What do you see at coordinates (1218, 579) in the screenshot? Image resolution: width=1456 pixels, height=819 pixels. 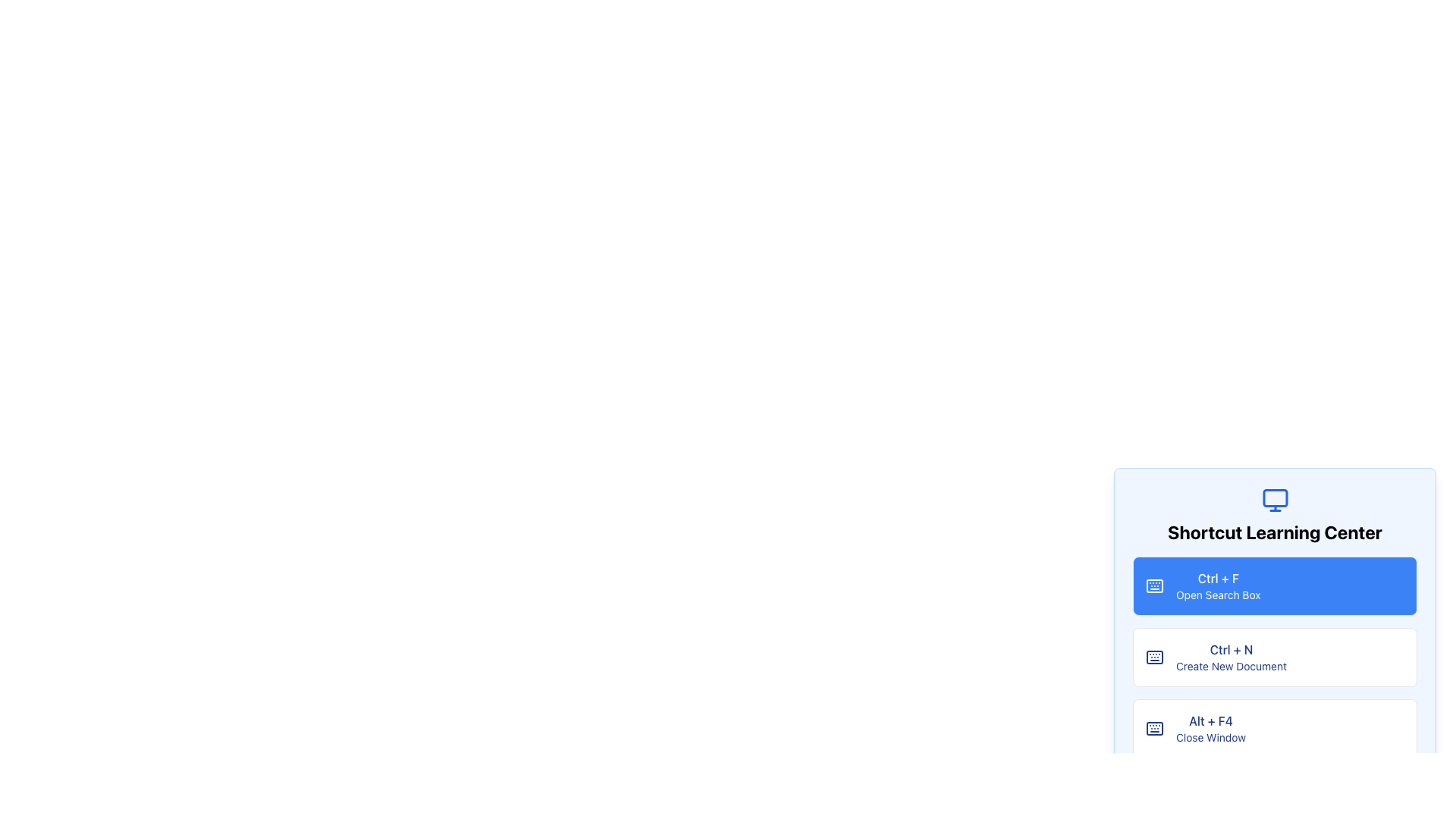 I see `the Text Display element that shows the keyboard shortcut 'Ctrl + F', located at the top of the list item in the Shortcut Learning Center section` at bounding box center [1218, 579].